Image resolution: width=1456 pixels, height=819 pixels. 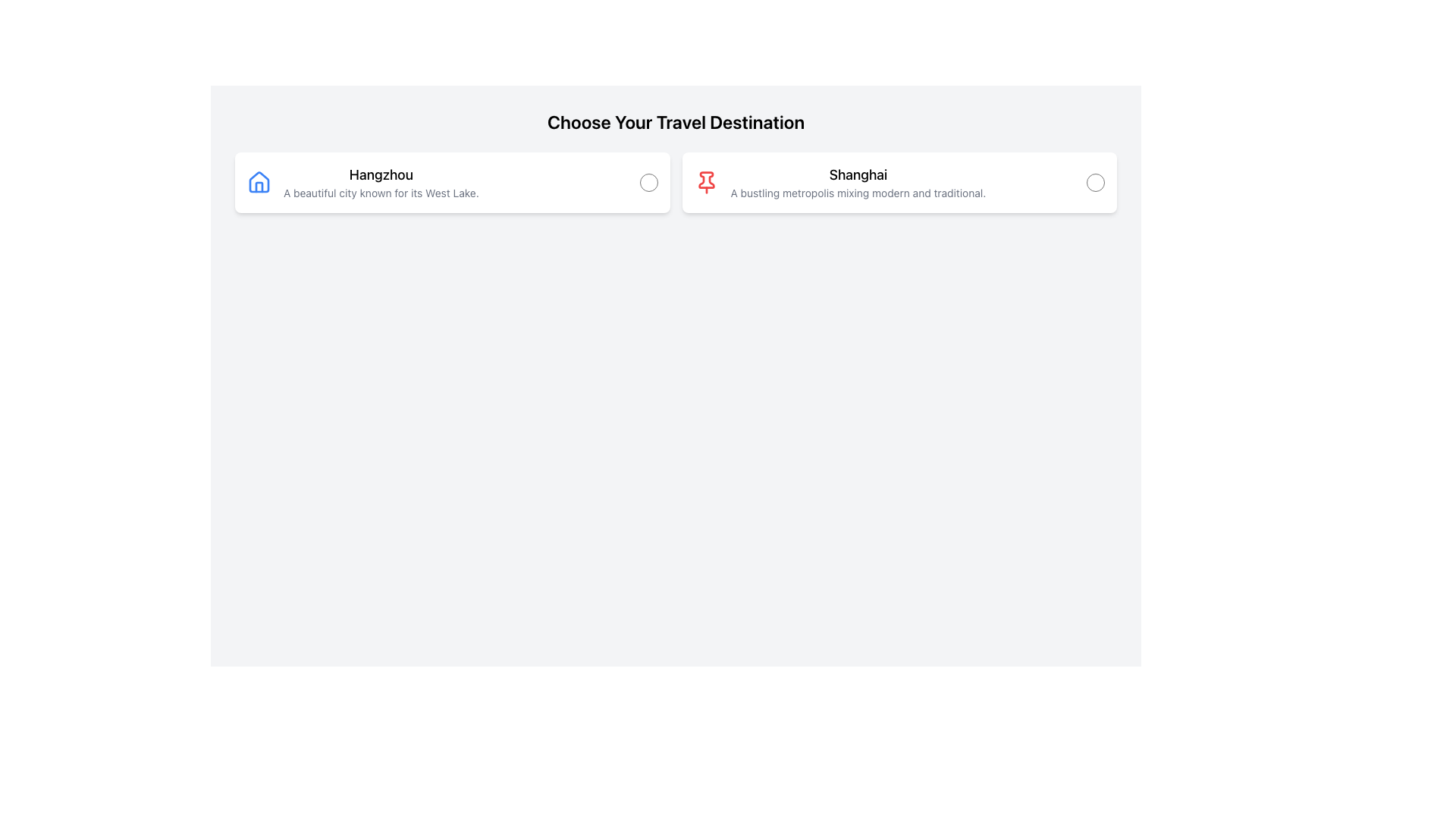 I want to click on the symbolic representation icon associated with the 'Shanghai' entry on the leftmost part of the content group, so click(x=705, y=181).